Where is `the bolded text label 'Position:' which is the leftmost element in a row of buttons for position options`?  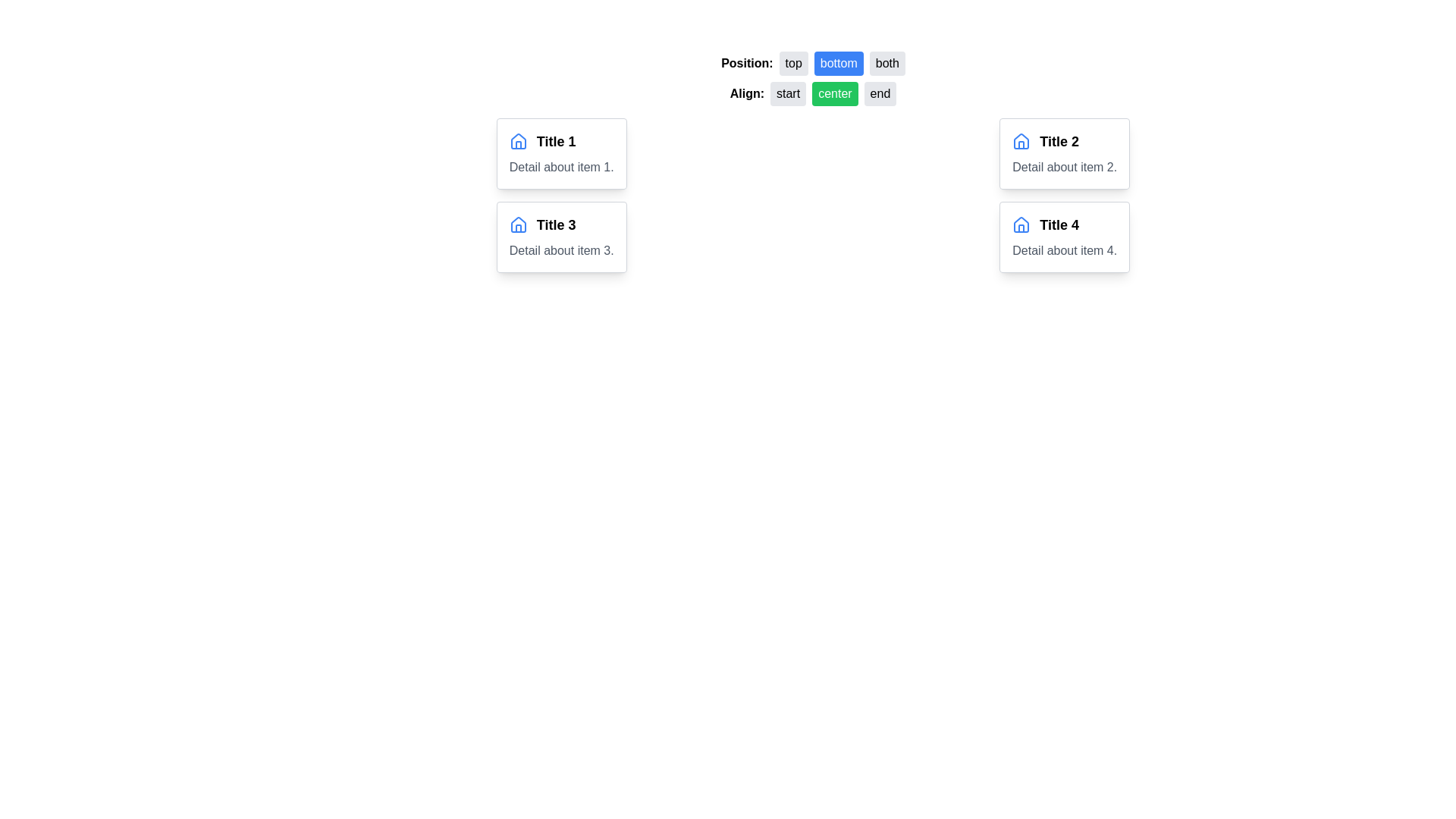 the bolded text label 'Position:' which is the leftmost element in a row of buttons for position options is located at coordinates (747, 62).